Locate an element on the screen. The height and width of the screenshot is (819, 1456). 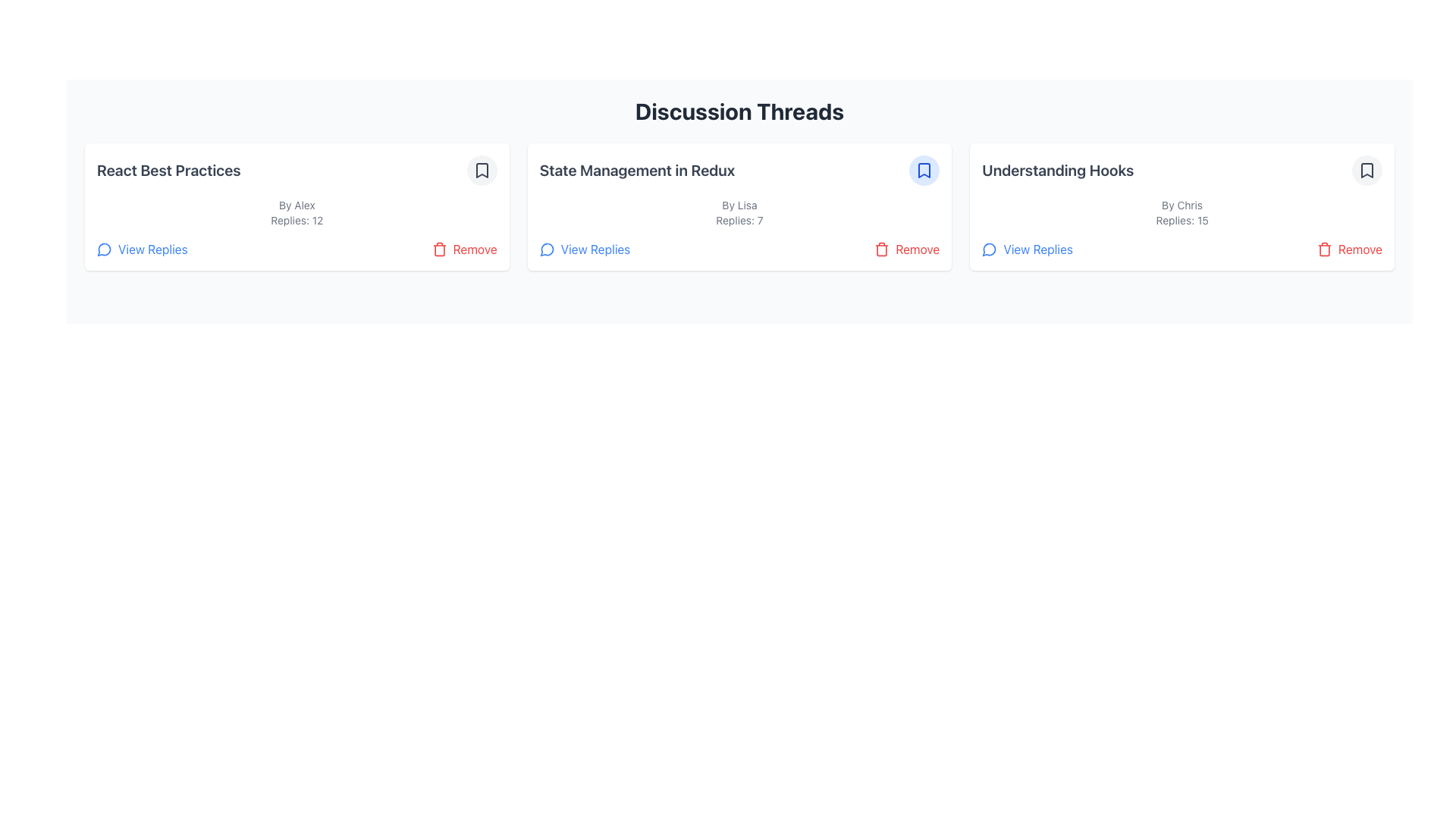
the circular bookmark button with a light blue background located in the top-right corner of the card titled 'State Management in Redux' to bookmark or unbookmark the item is located at coordinates (924, 170).